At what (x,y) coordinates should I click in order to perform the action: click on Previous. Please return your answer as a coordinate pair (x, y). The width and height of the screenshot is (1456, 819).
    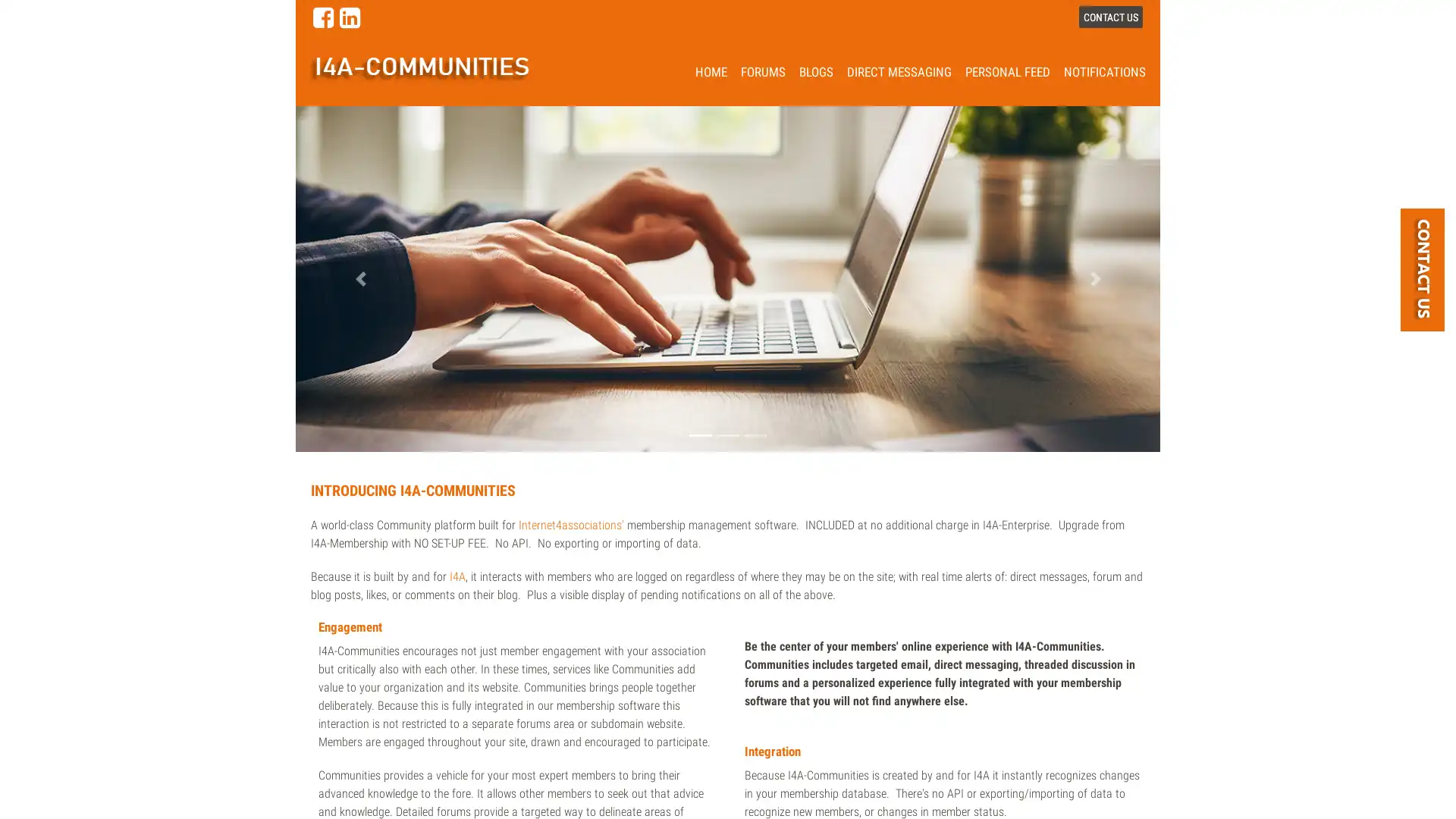
    Looking at the image, I should click on (359, 278).